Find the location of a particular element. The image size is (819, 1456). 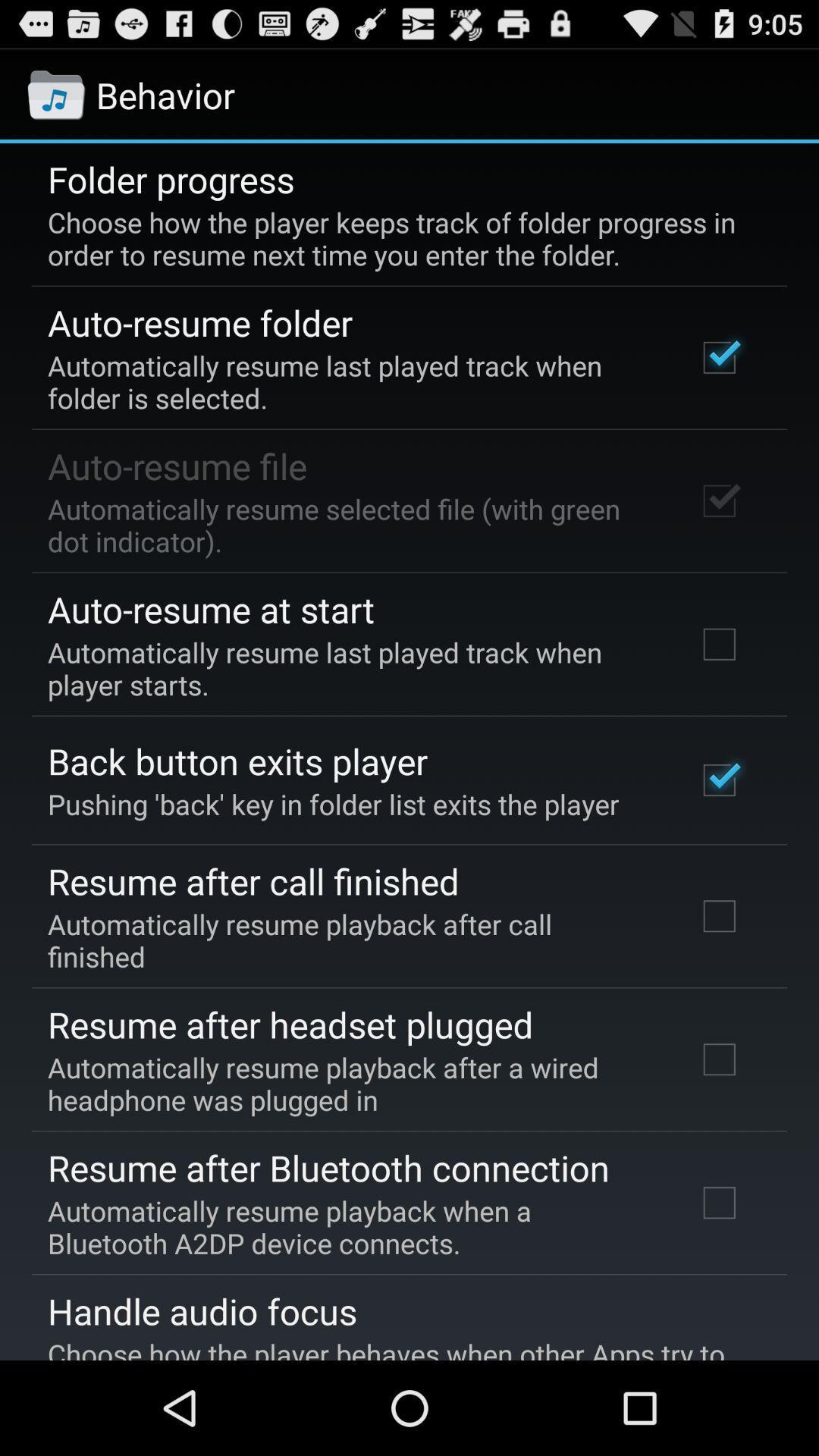

handle audio focus item is located at coordinates (201, 1310).